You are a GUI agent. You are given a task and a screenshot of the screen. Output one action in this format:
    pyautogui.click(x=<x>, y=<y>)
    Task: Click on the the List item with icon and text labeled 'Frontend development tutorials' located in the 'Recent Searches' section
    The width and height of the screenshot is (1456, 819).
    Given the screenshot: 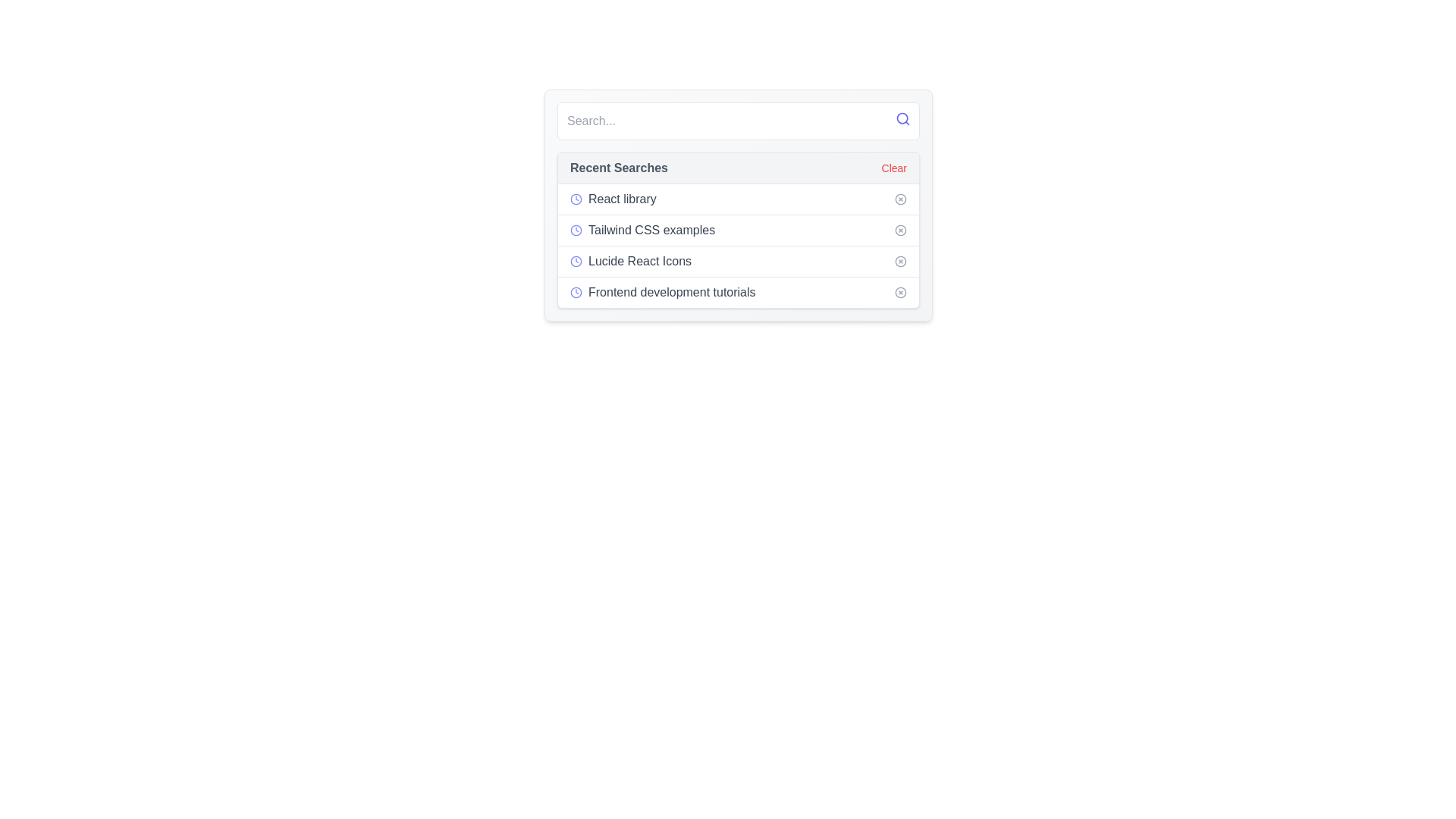 What is the action you would take?
    pyautogui.click(x=663, y=292)
    